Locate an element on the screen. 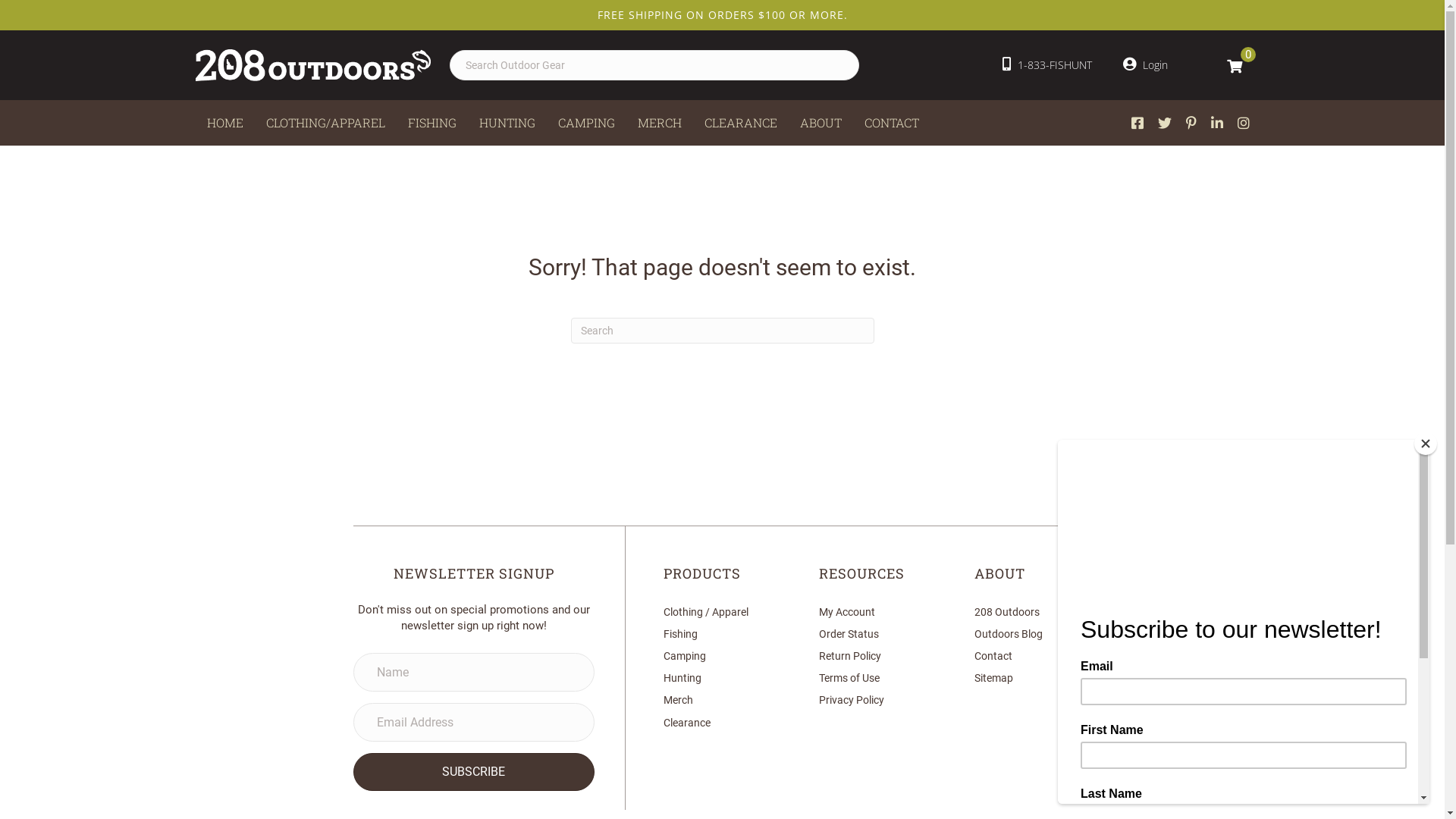 This screenshot has width=1456, height=819. 'SUBSCRIBE' is located at coordinates (352, 772).